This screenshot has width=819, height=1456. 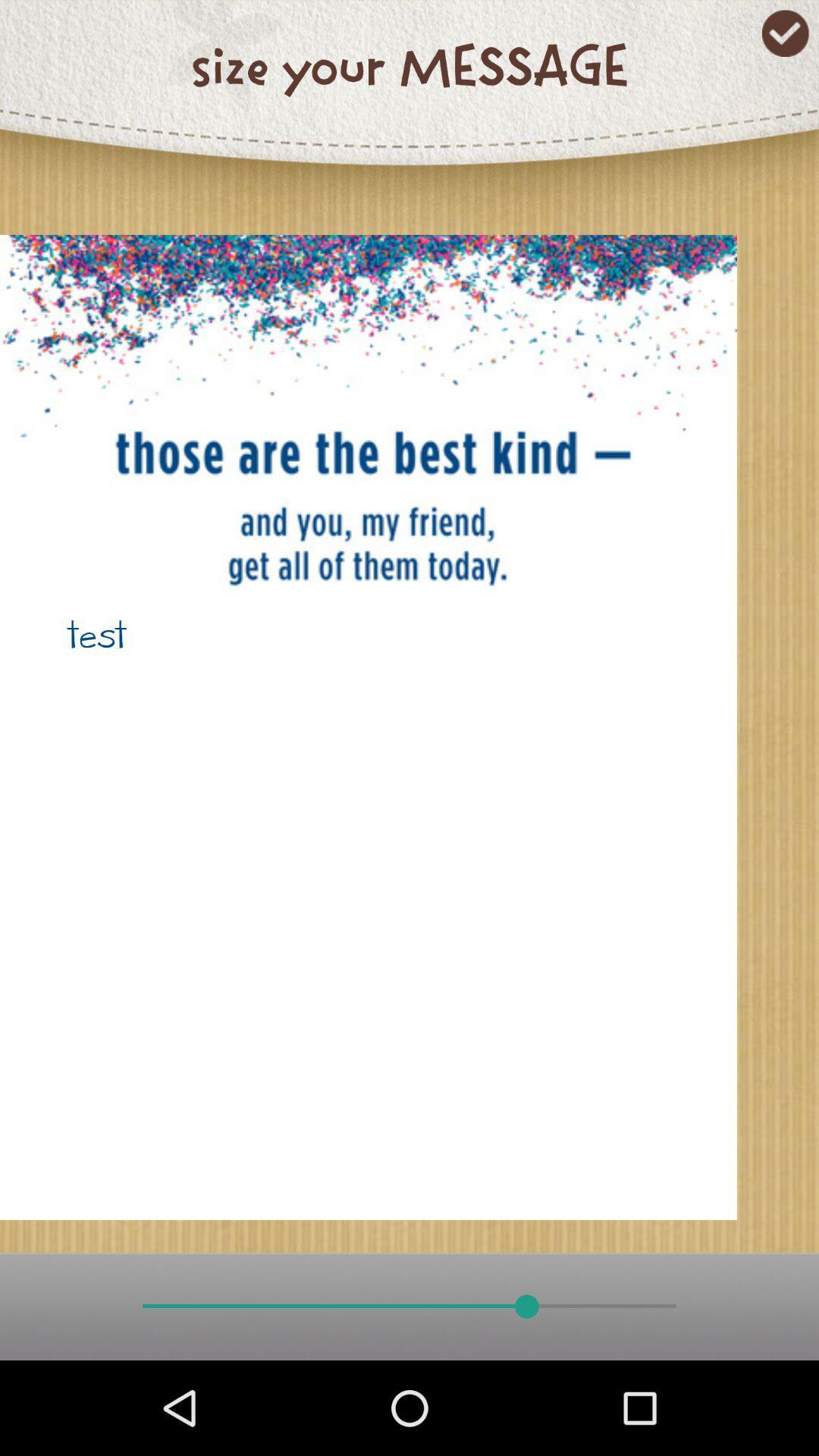 What do you see at coordinates (785, 33) in the screenshot?
I see `confirms and exits out of message screen` at bounding box center [785, 33].